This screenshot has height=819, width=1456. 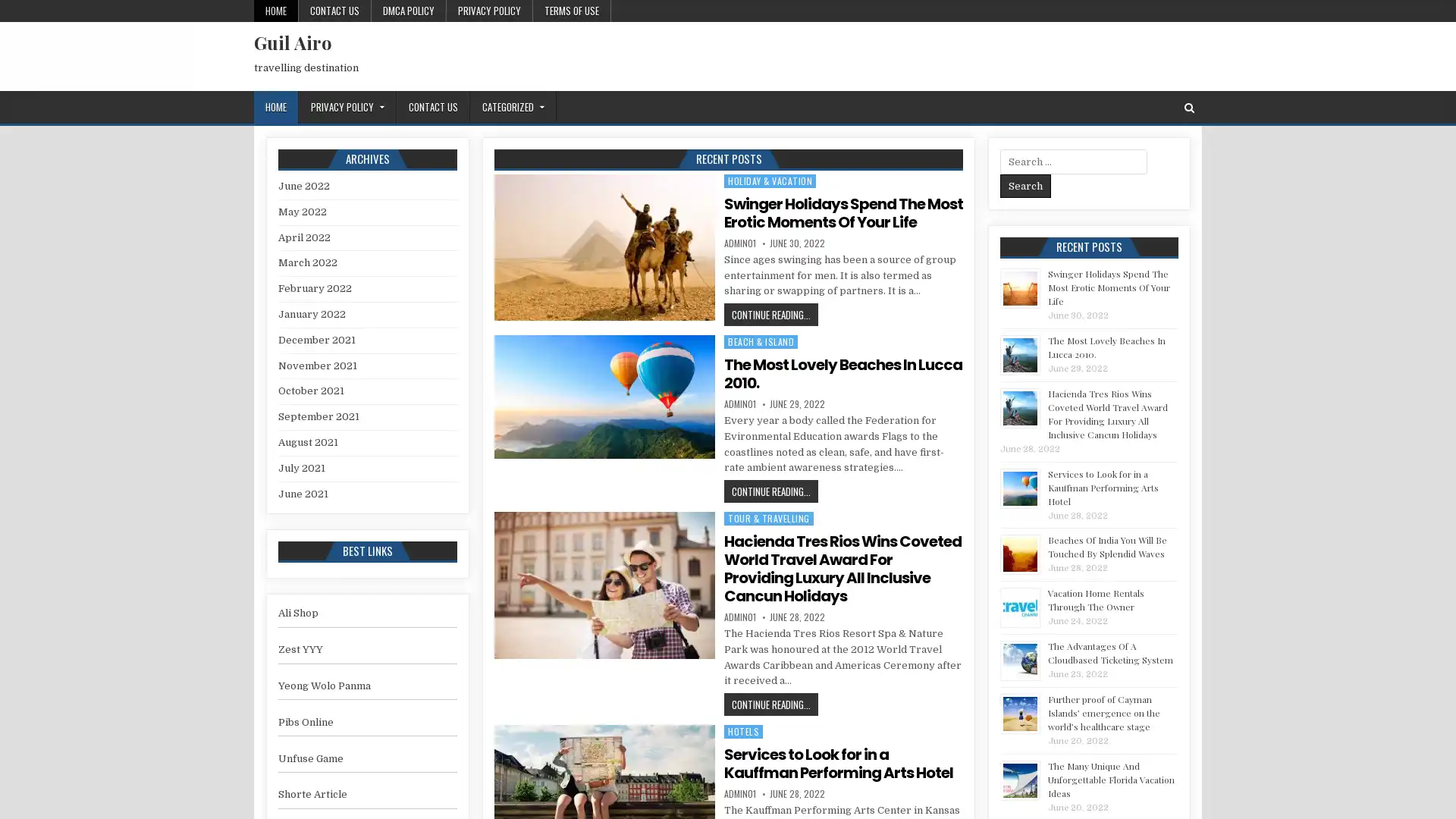 What do you see at coordinates (1025, 185) in the screenshot?
I see `Search` at bounding box center [1025, 185].